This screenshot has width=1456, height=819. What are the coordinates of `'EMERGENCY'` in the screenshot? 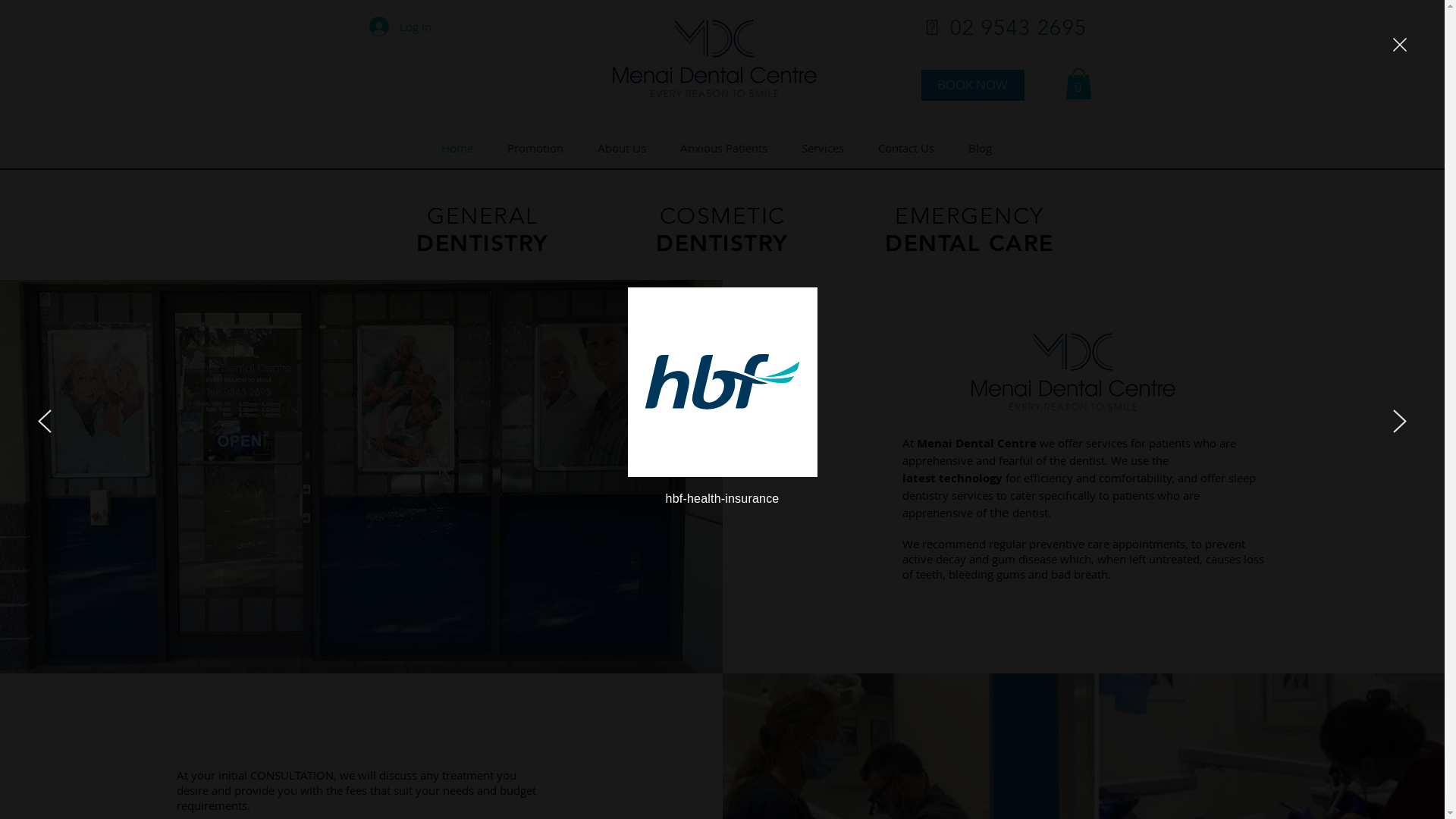 It's located at (968, 215).